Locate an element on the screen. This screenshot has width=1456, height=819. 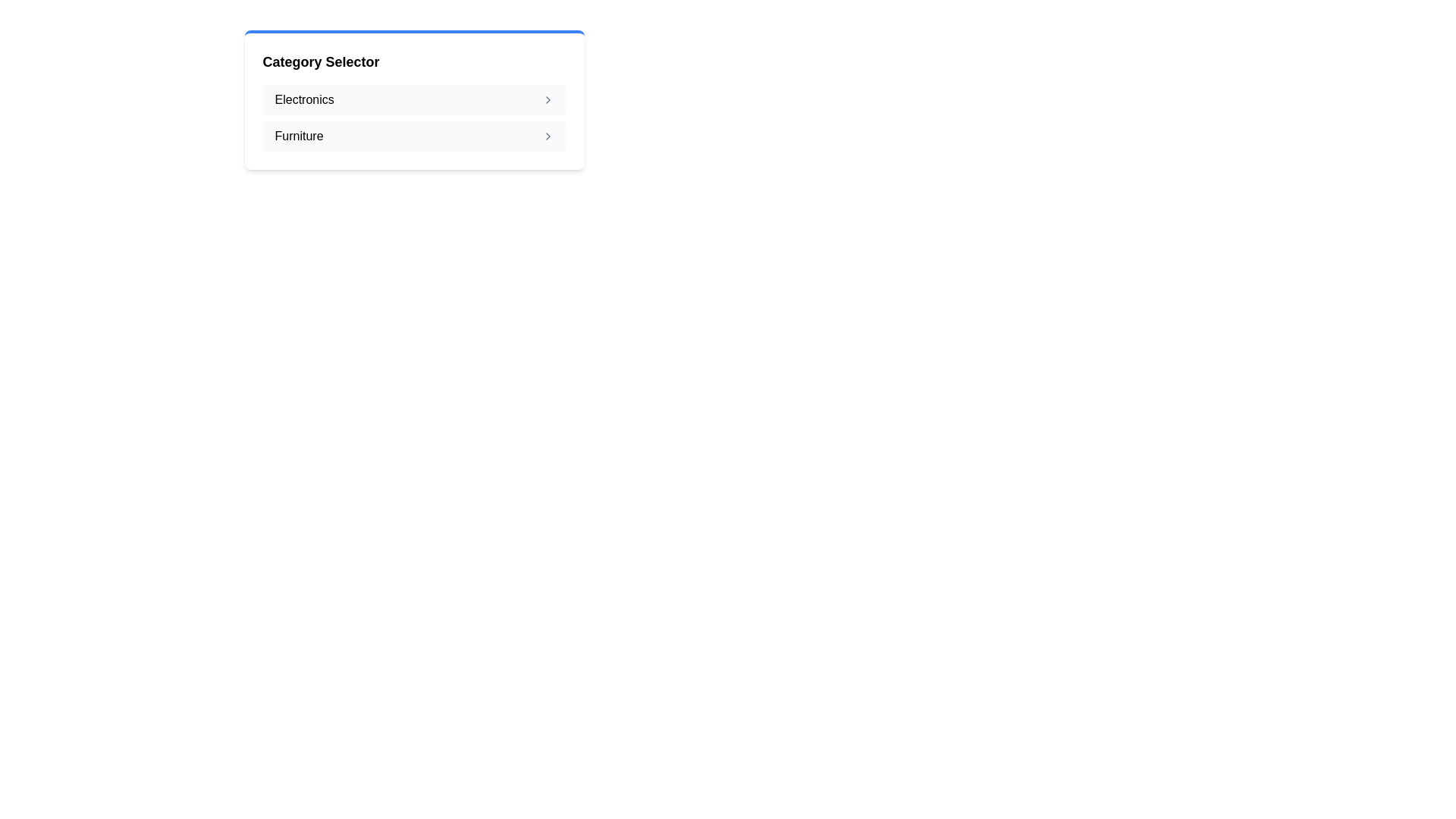
text from the 'Furniture' category label located in the second row of the Category Selector panel is located at coordinates (299, 136).